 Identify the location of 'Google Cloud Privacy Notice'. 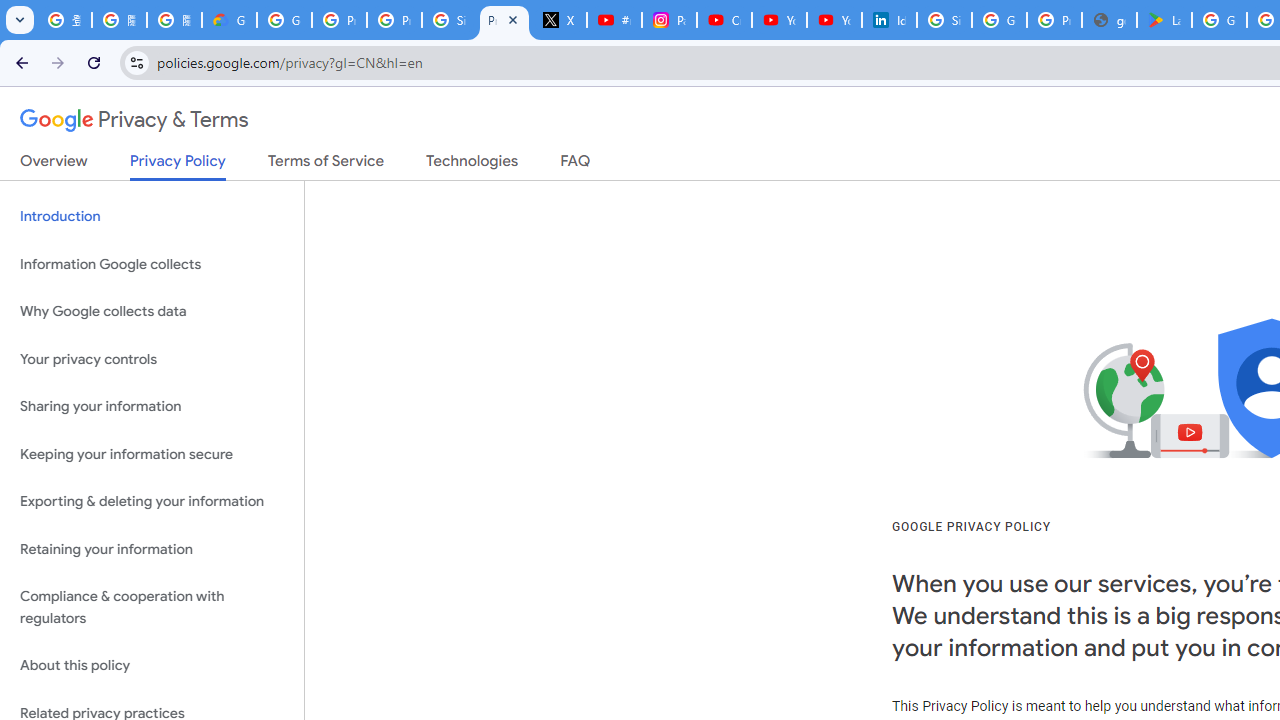
(229, 20).